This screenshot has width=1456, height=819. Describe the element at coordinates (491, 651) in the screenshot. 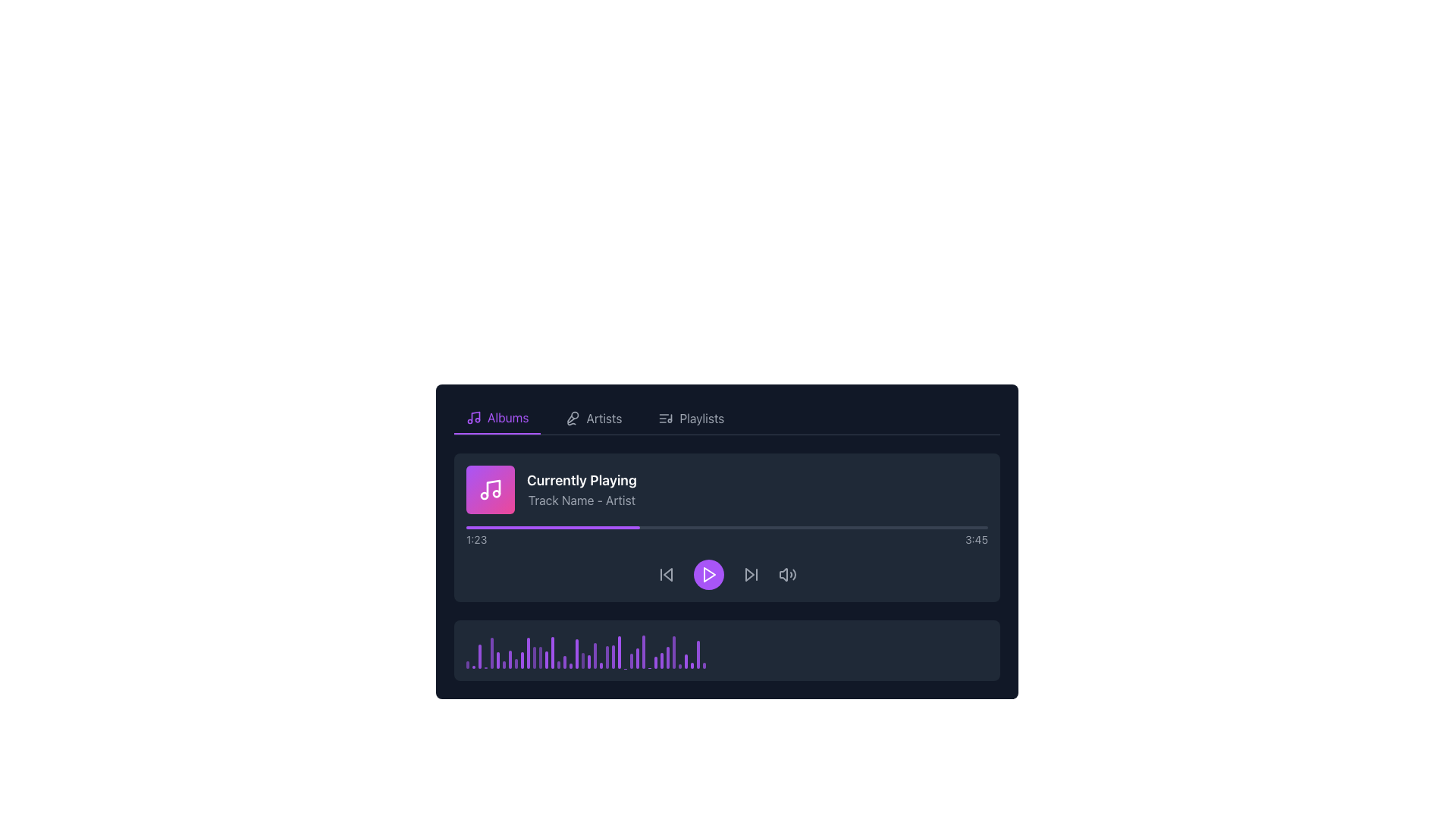

I see `the purple vertical bar in the histogram component, which has rounded ends and is part of a collection of similar bars representing audio data` at that location.